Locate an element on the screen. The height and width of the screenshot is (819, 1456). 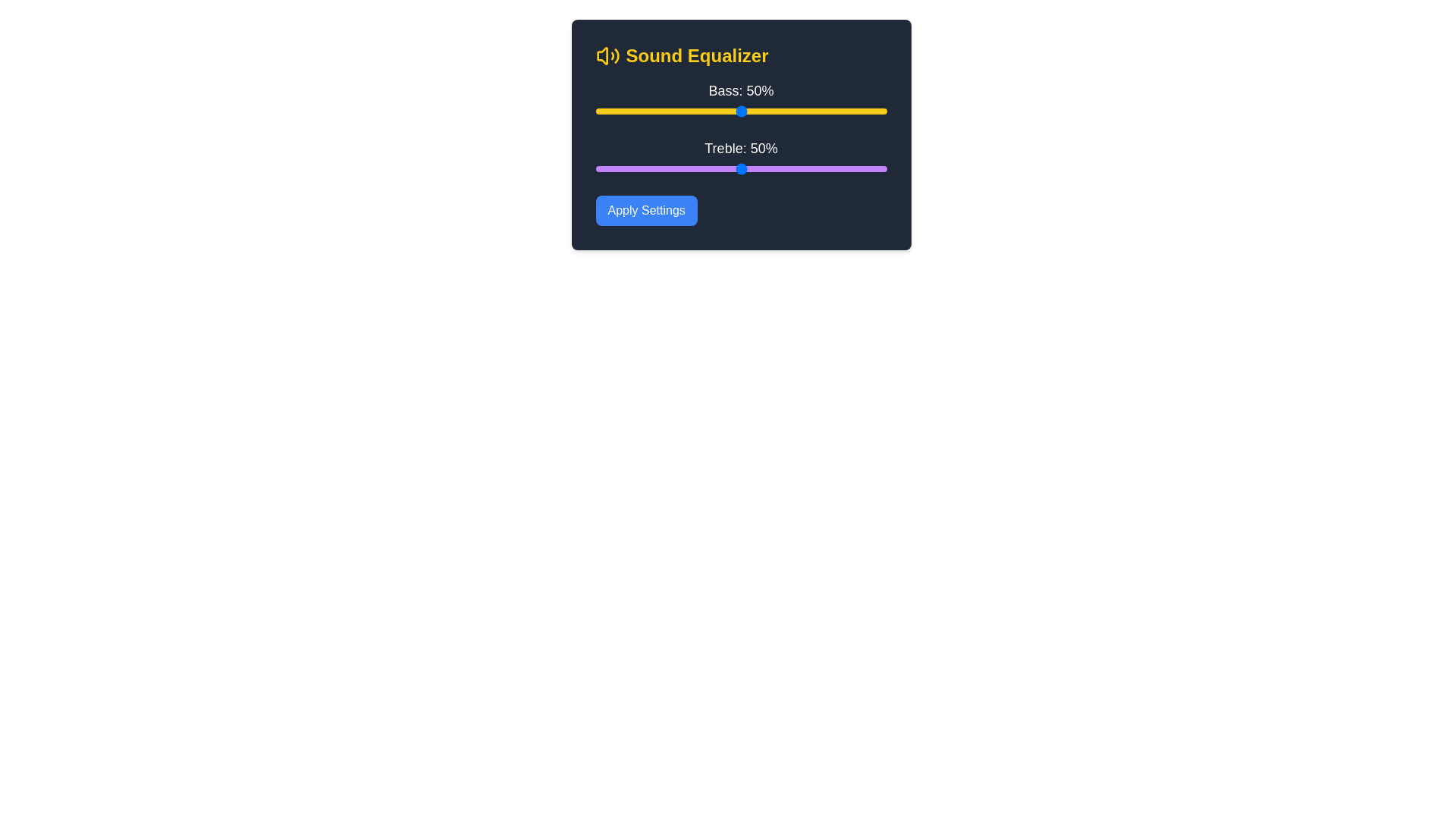
the treble slider to 95% is located at coordinates (872, 169).